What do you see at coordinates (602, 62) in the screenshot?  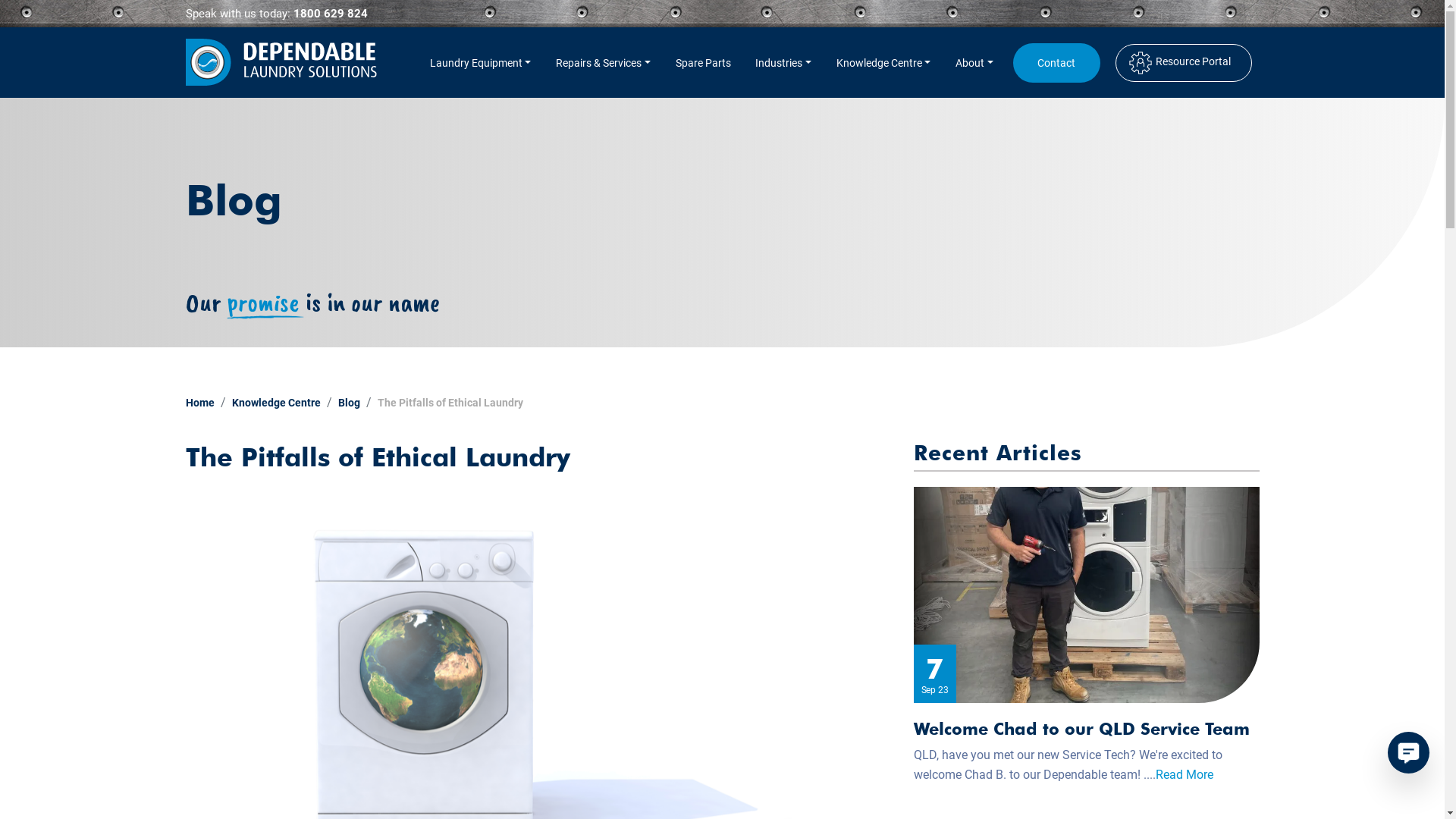 I see `'Repairs & Services'` at bounding box center [602, 62].